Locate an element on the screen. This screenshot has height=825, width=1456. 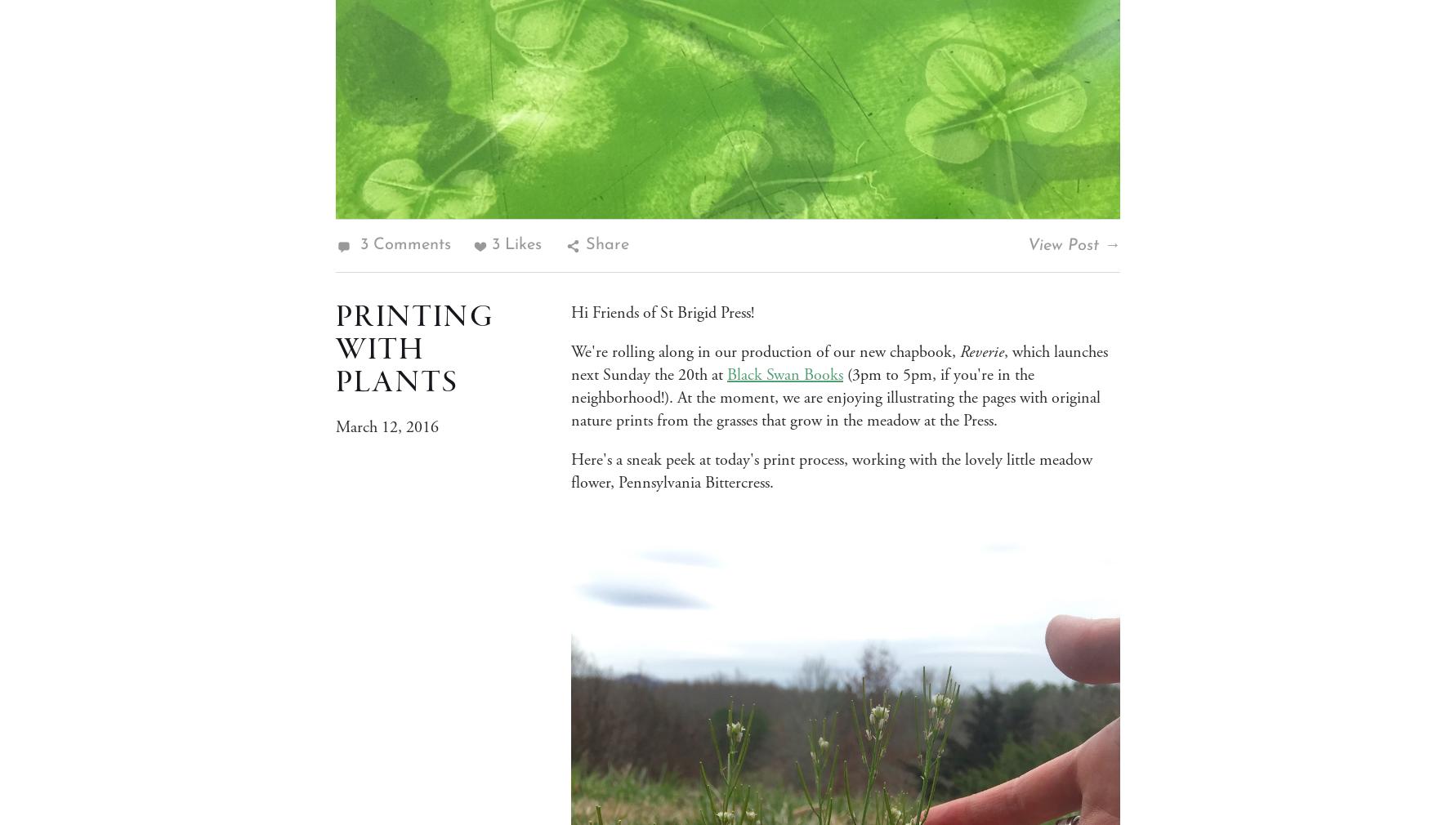
'Printing With Plants' is located at coordinates (335, 350).